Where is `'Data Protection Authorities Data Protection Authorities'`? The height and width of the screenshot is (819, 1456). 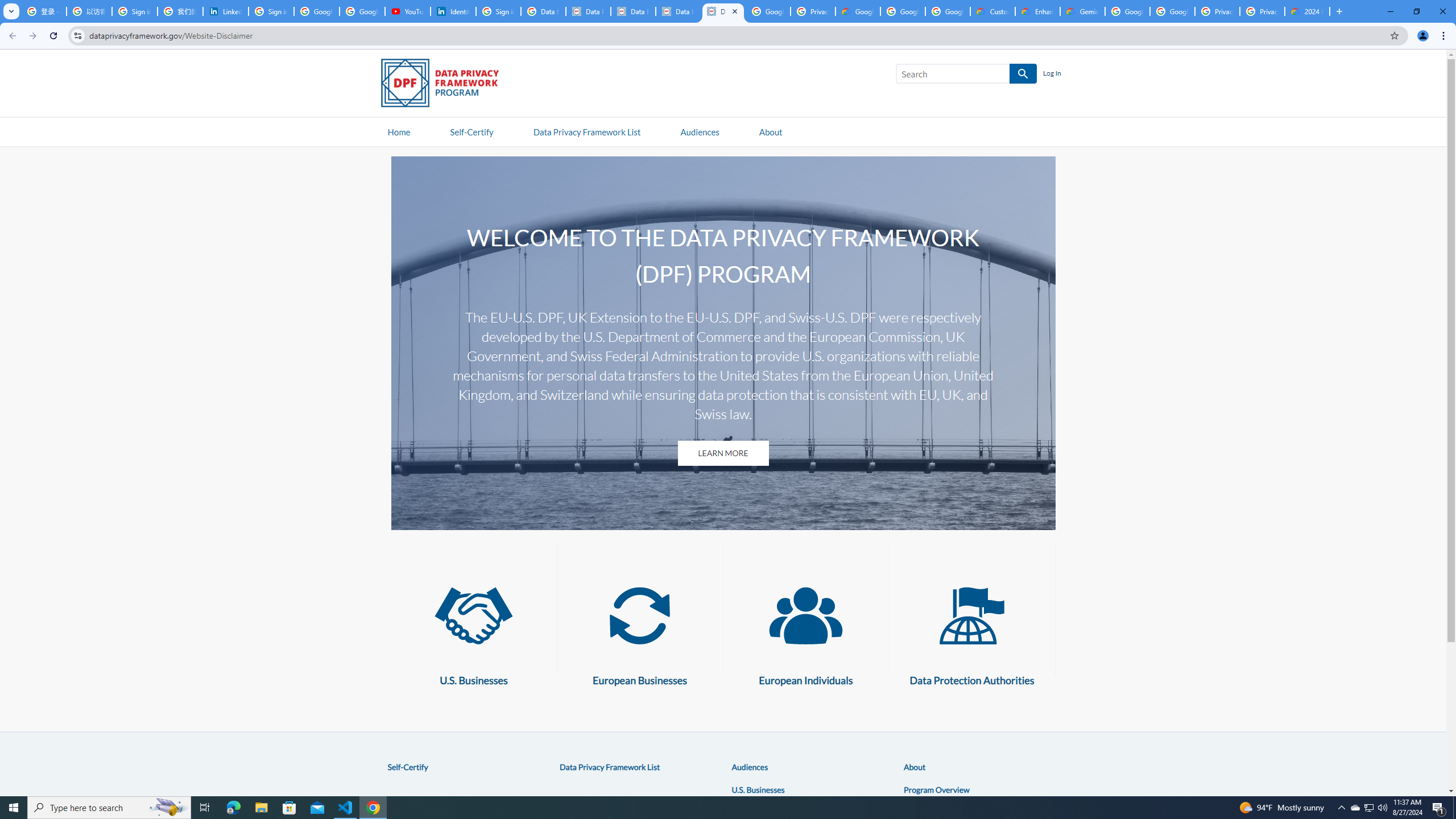 'Data Protection Authorities Data Protection Authorities' is located at coordinates (971, 630).